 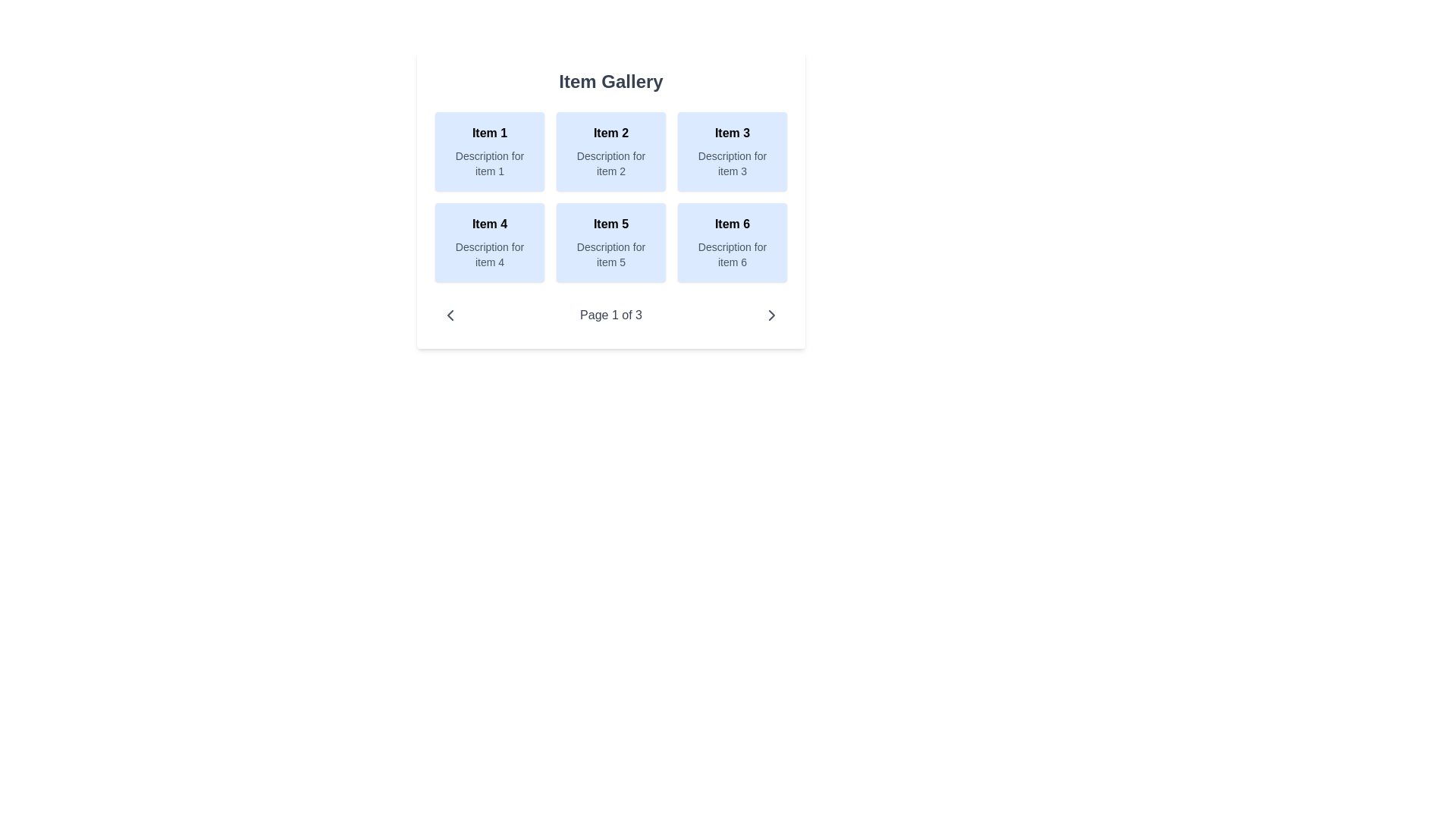 I want to click on the Text label that identifies 'Item 5', located in the fifth position of a grid layout in the bottom row, middle column, so click(x=611, y=224).